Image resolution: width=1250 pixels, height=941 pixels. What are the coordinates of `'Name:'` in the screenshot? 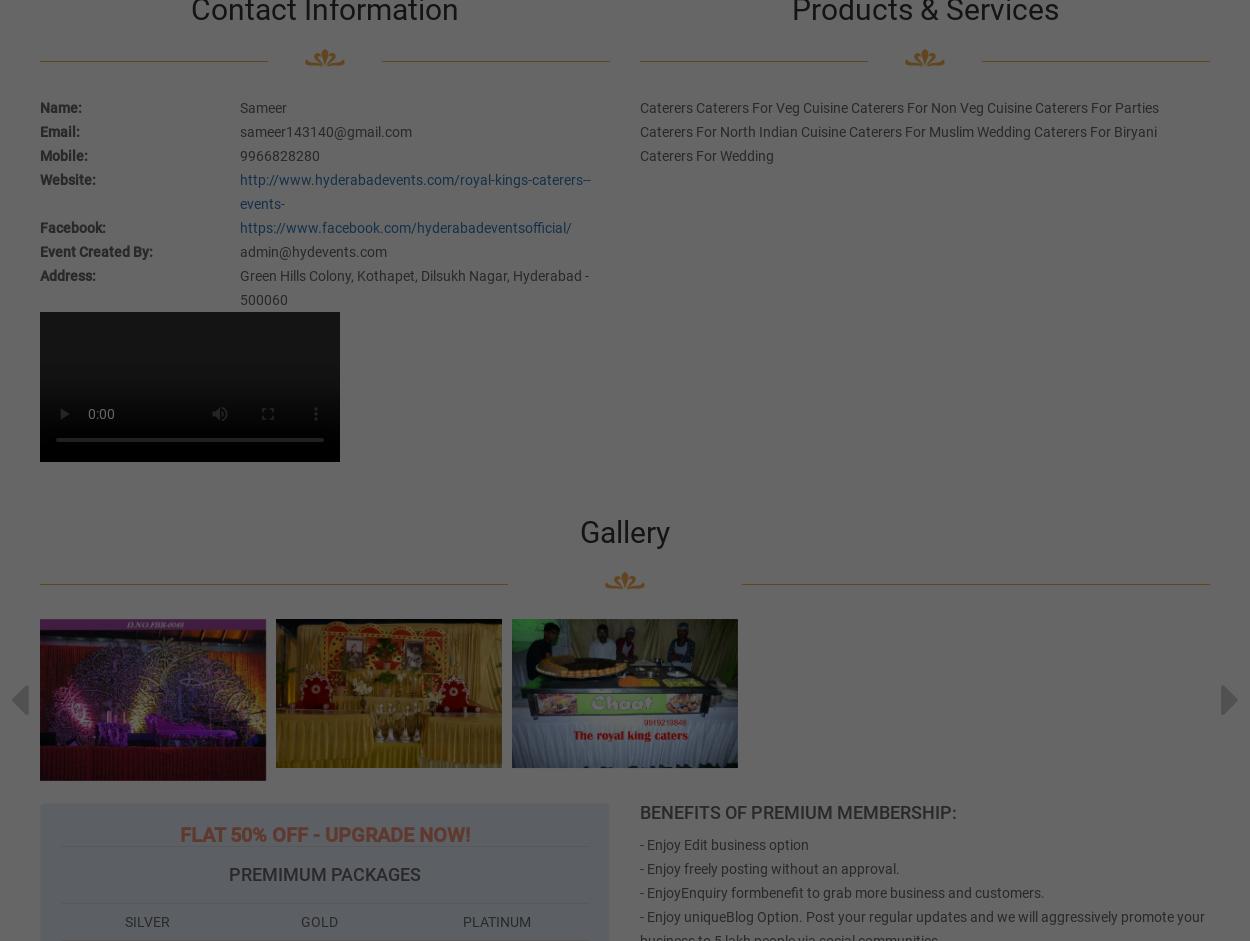 It's located at (61, 106).